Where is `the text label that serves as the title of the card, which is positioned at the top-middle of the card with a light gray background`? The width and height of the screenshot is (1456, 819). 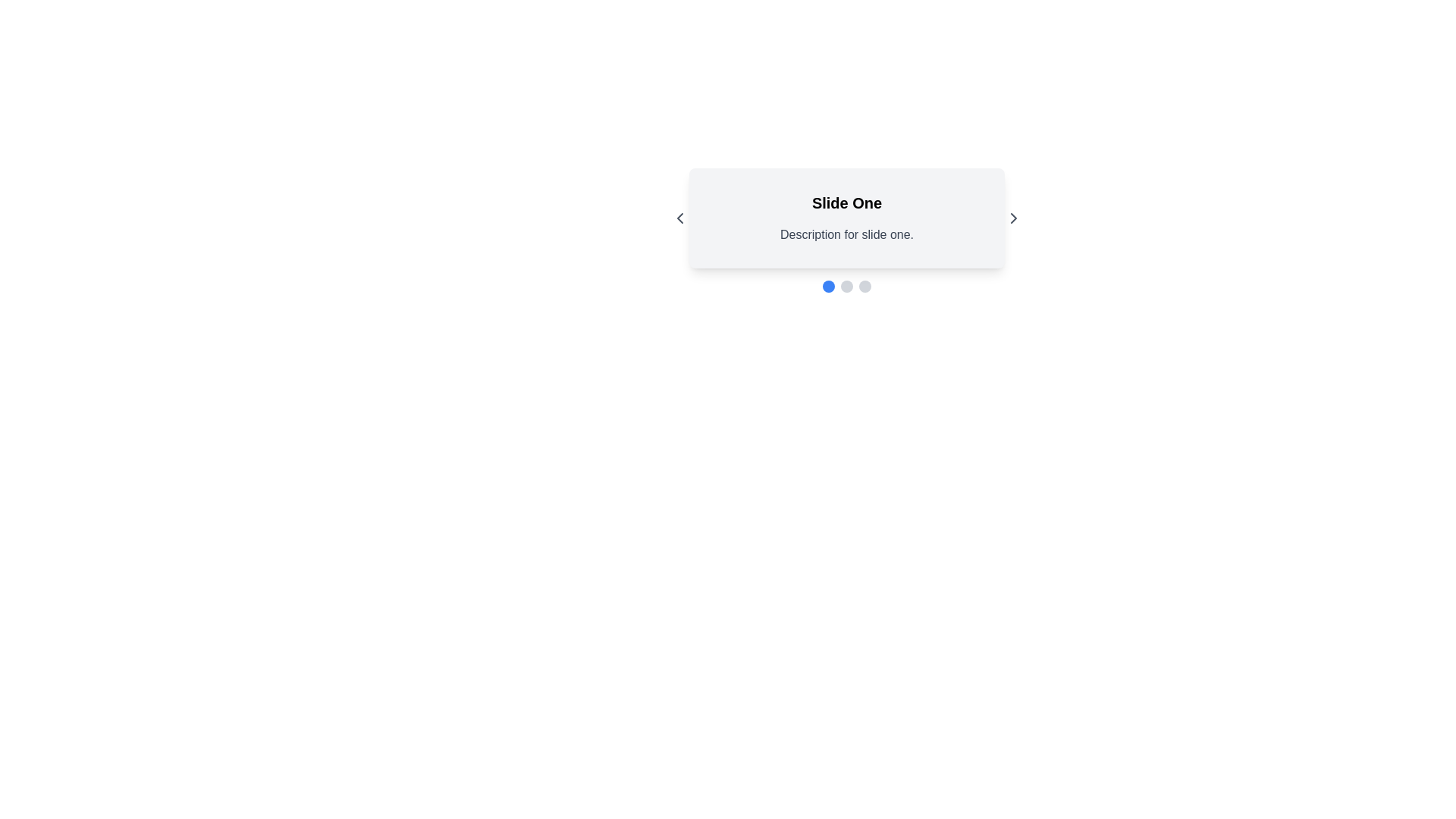
the text label that serves as the title of the card, which is positioned at the top-middle of the card with a light gray background is located at coordinates (846, 202).